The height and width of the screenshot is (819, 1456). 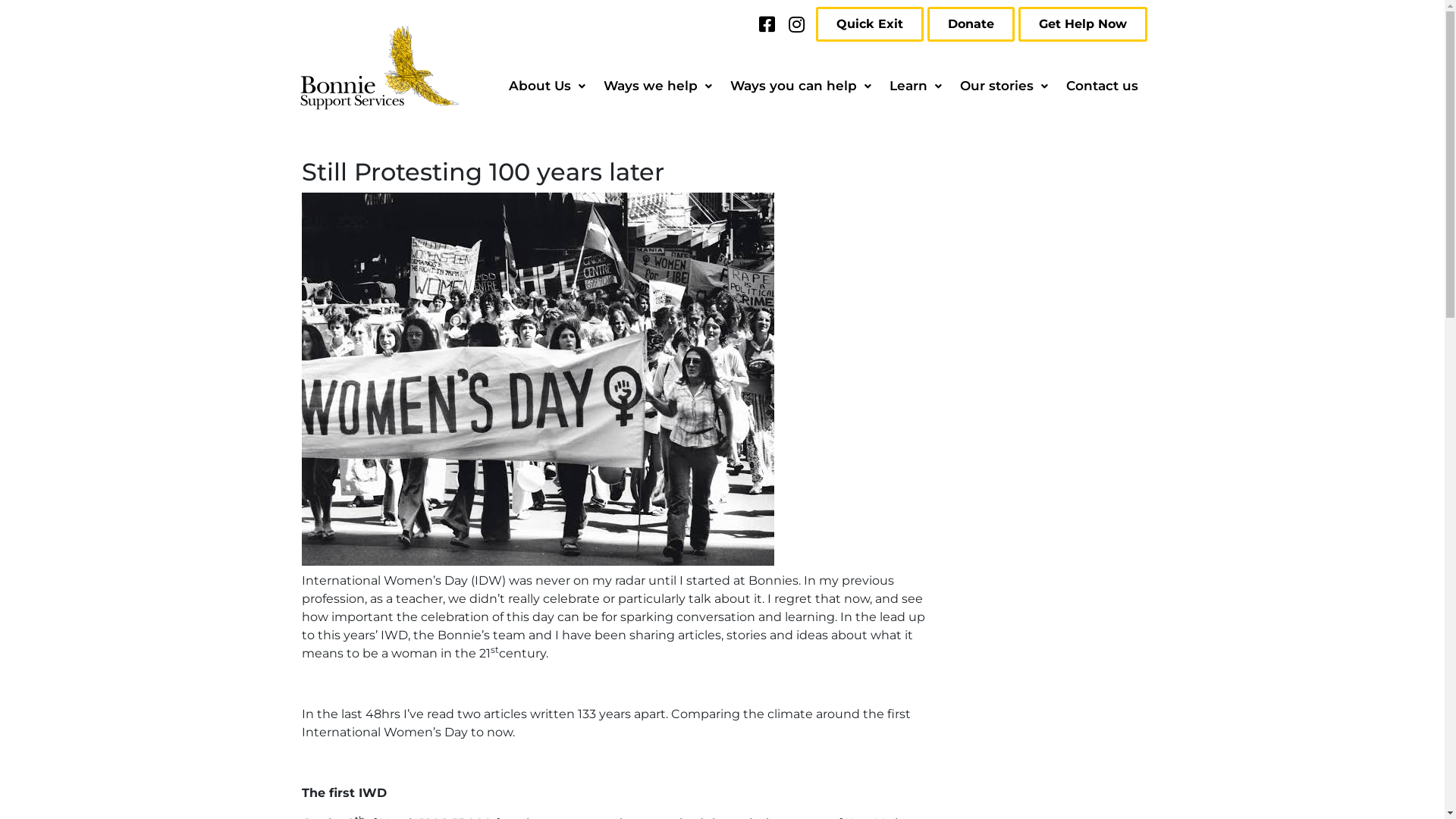 I want to click on 'Our stories', so click(x=1004, y=86).